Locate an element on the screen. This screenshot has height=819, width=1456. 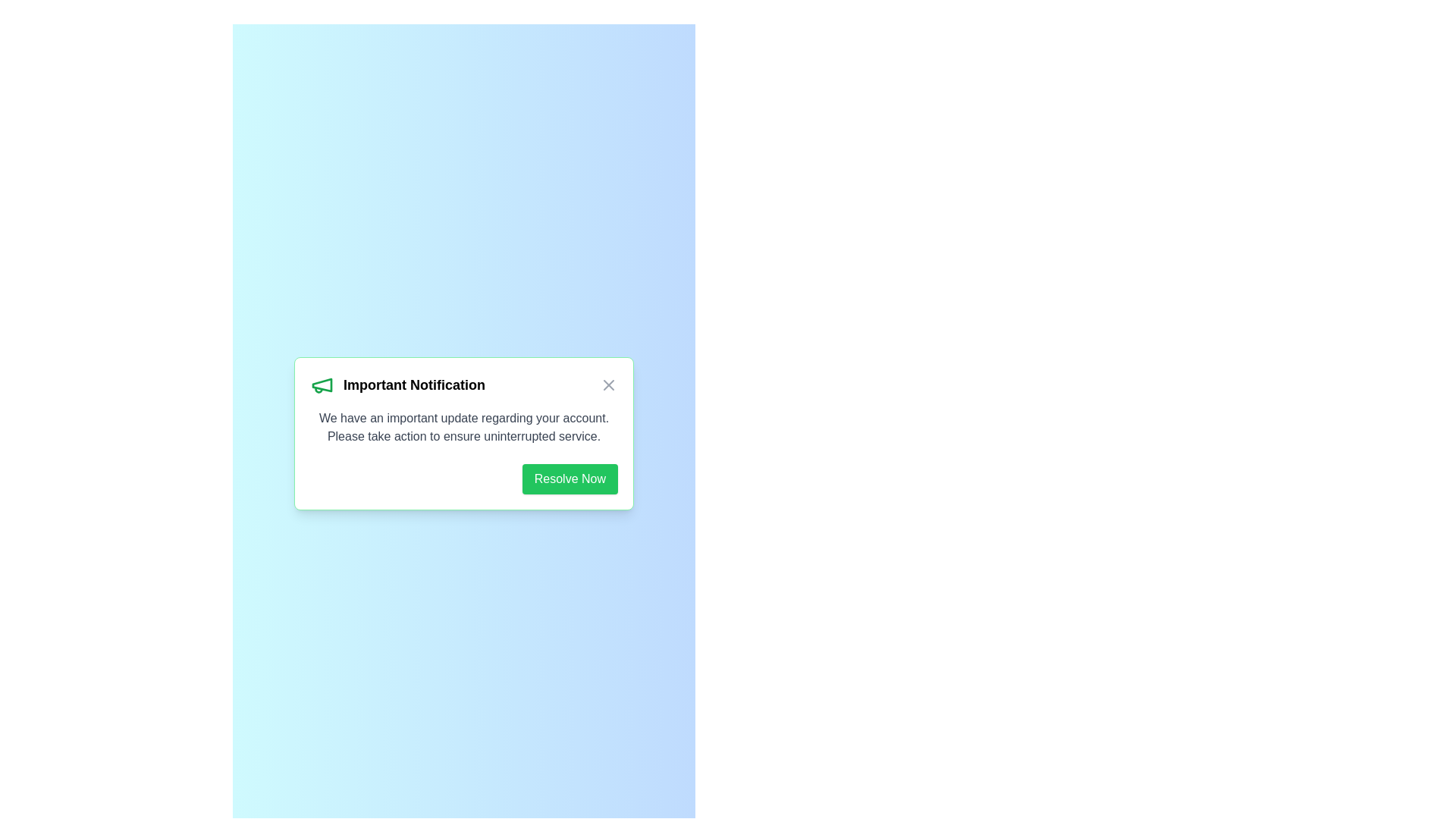
the 'Resolve Now' button to activate the action is located at coordinates (569, 479).